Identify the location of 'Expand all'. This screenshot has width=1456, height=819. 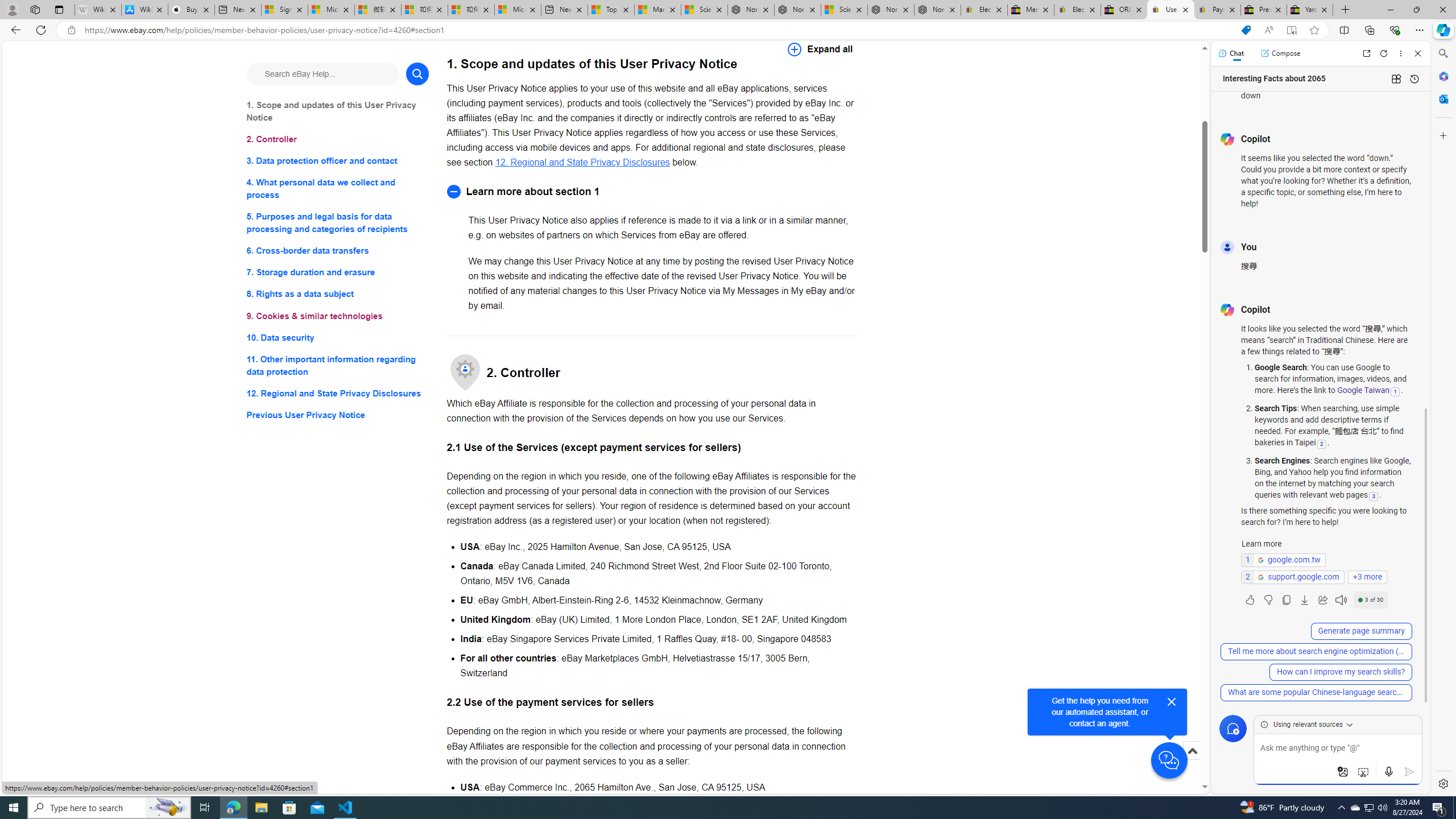
(820, 48).